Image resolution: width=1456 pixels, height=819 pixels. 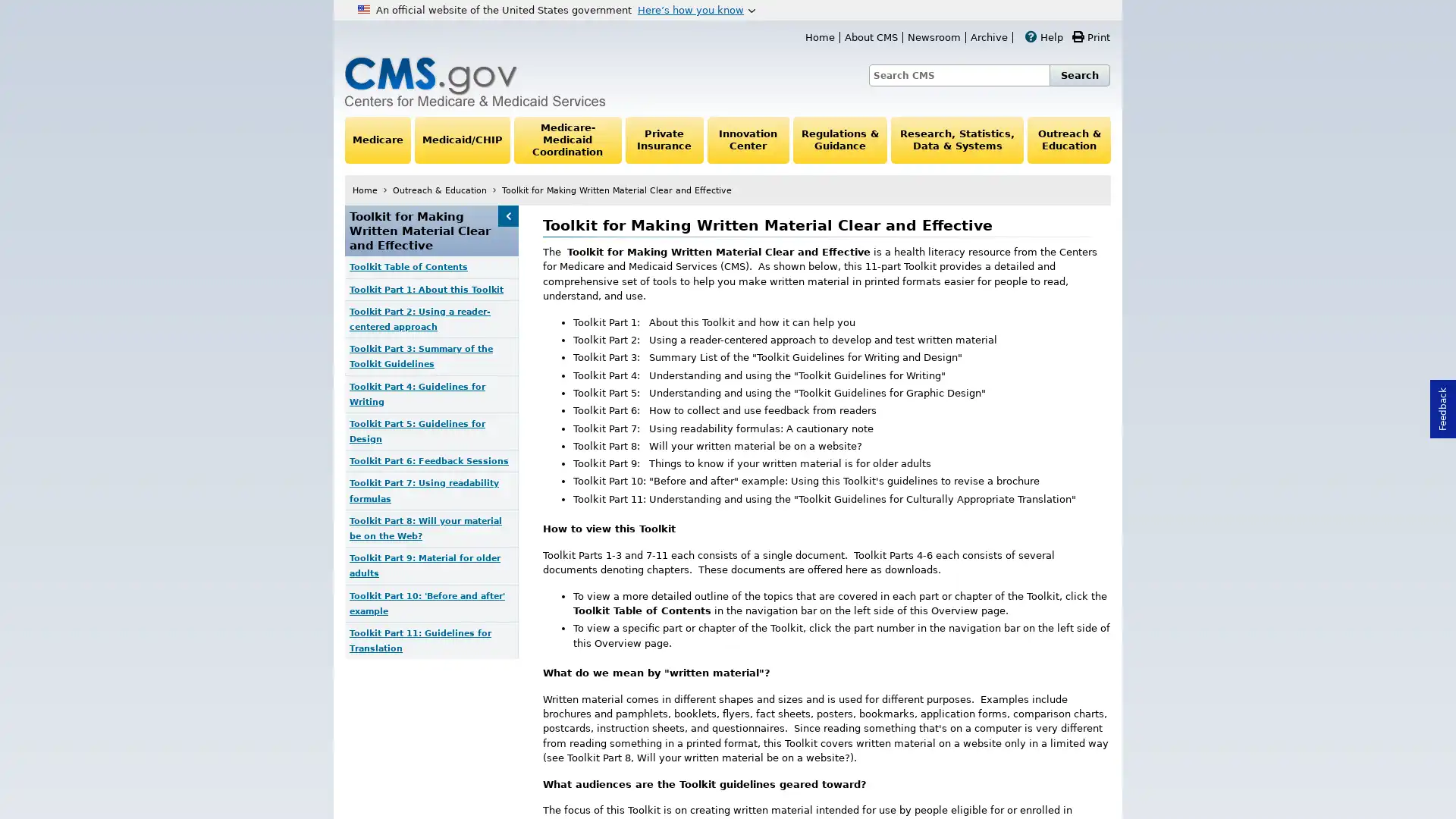 What do you see at coordinates (507, 216) in the screenshot?
I see `Toolkit for Making Written Material Clear and Effective` at bounding box center [507, 216].